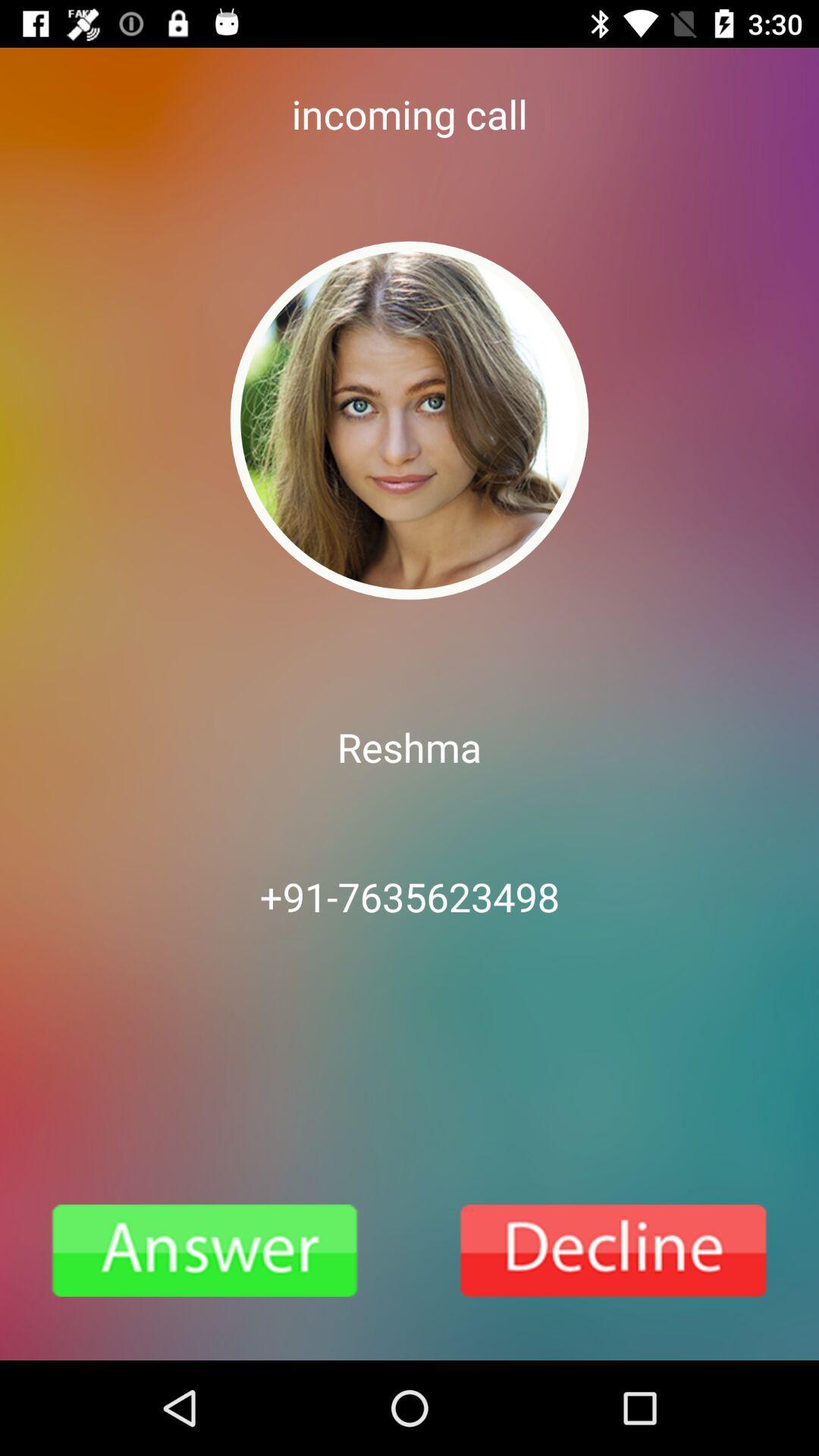 The width and height of the screenshot is (819, 1456). I want to click on call is going to end, so click(614, 1250).